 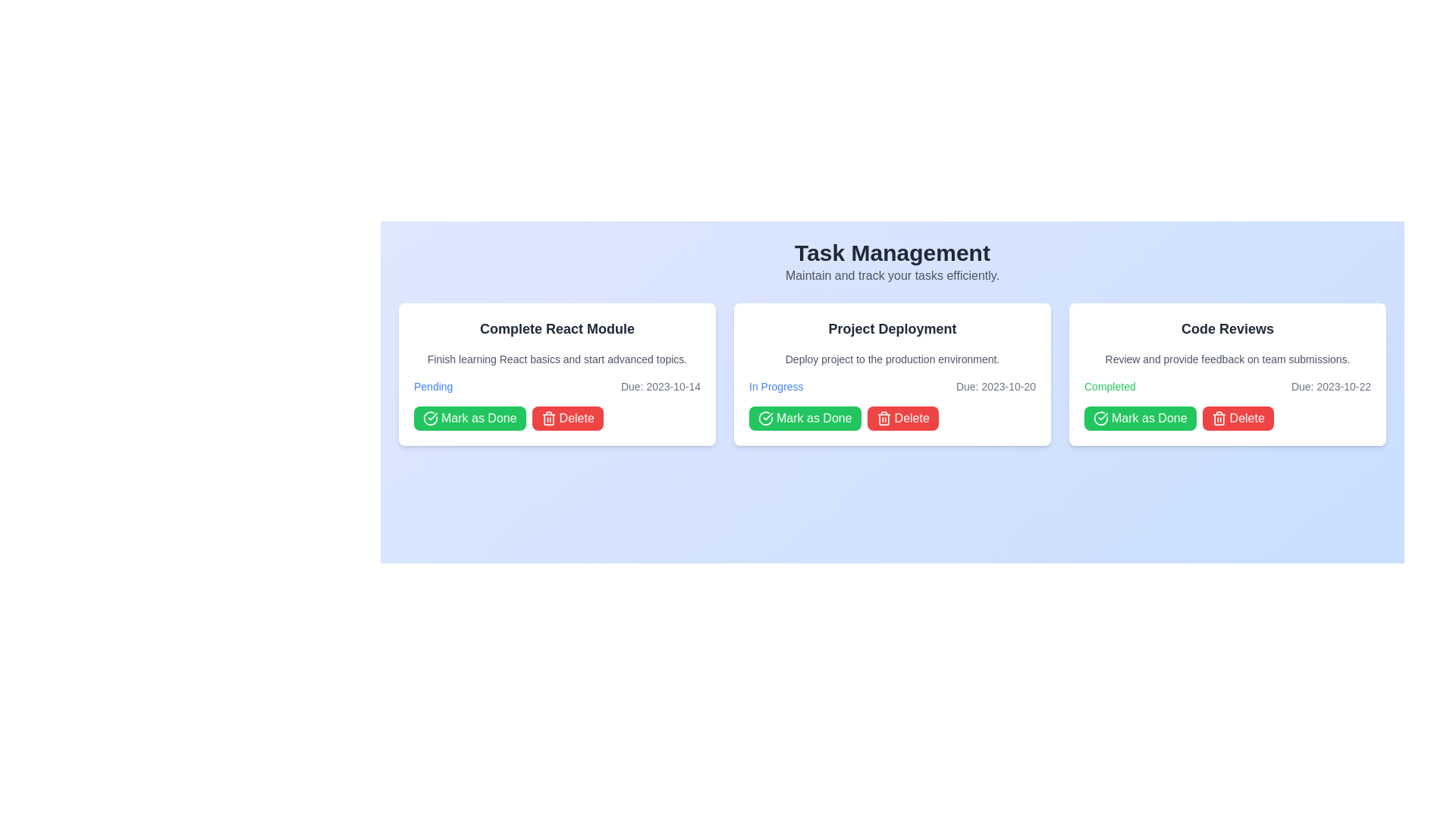 What do you see at coordinates (892, 262) in the screenshot?
I see `the text display component that serves as the title and subtitle for the task management section, located at the top of the layout` at bounding box center [892, 262].